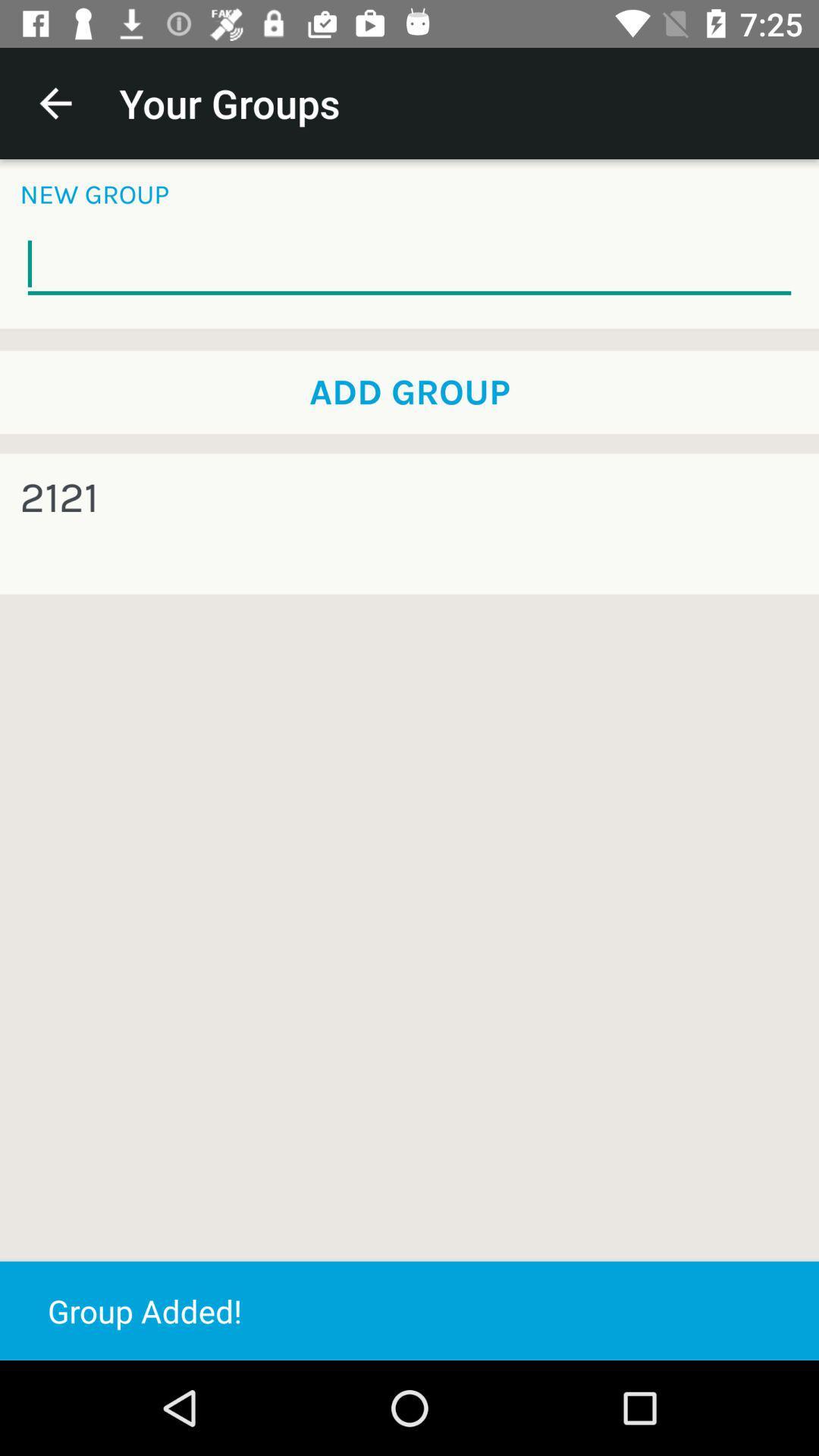 Image resolution: width=819 pixels, height=1456 pixels. Describe the element at coordinates (55, 102) in the screenshot. I see `item above the new group icon` at that location.